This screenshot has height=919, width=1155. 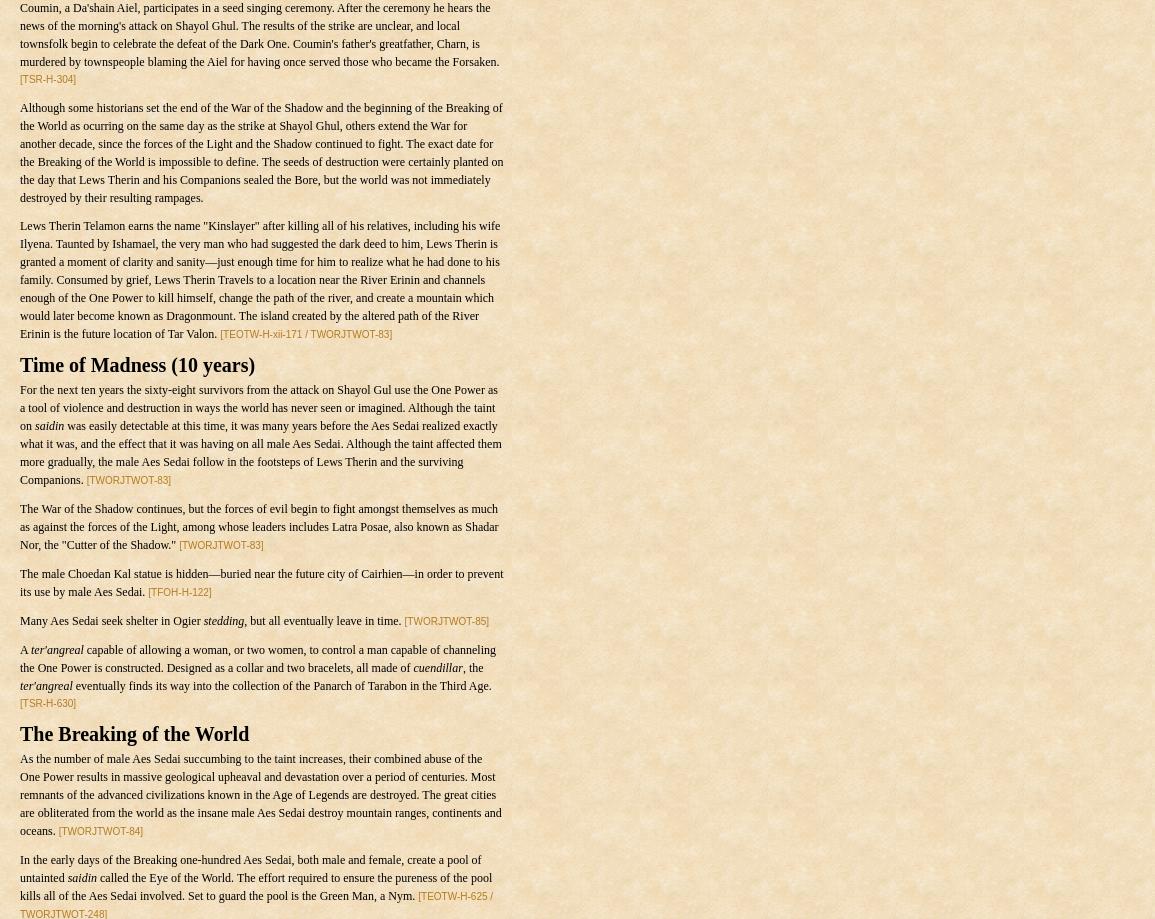 I want to click on 'Many Aes Sedai seek shelter in Ogier', so click(x=111, y=620).